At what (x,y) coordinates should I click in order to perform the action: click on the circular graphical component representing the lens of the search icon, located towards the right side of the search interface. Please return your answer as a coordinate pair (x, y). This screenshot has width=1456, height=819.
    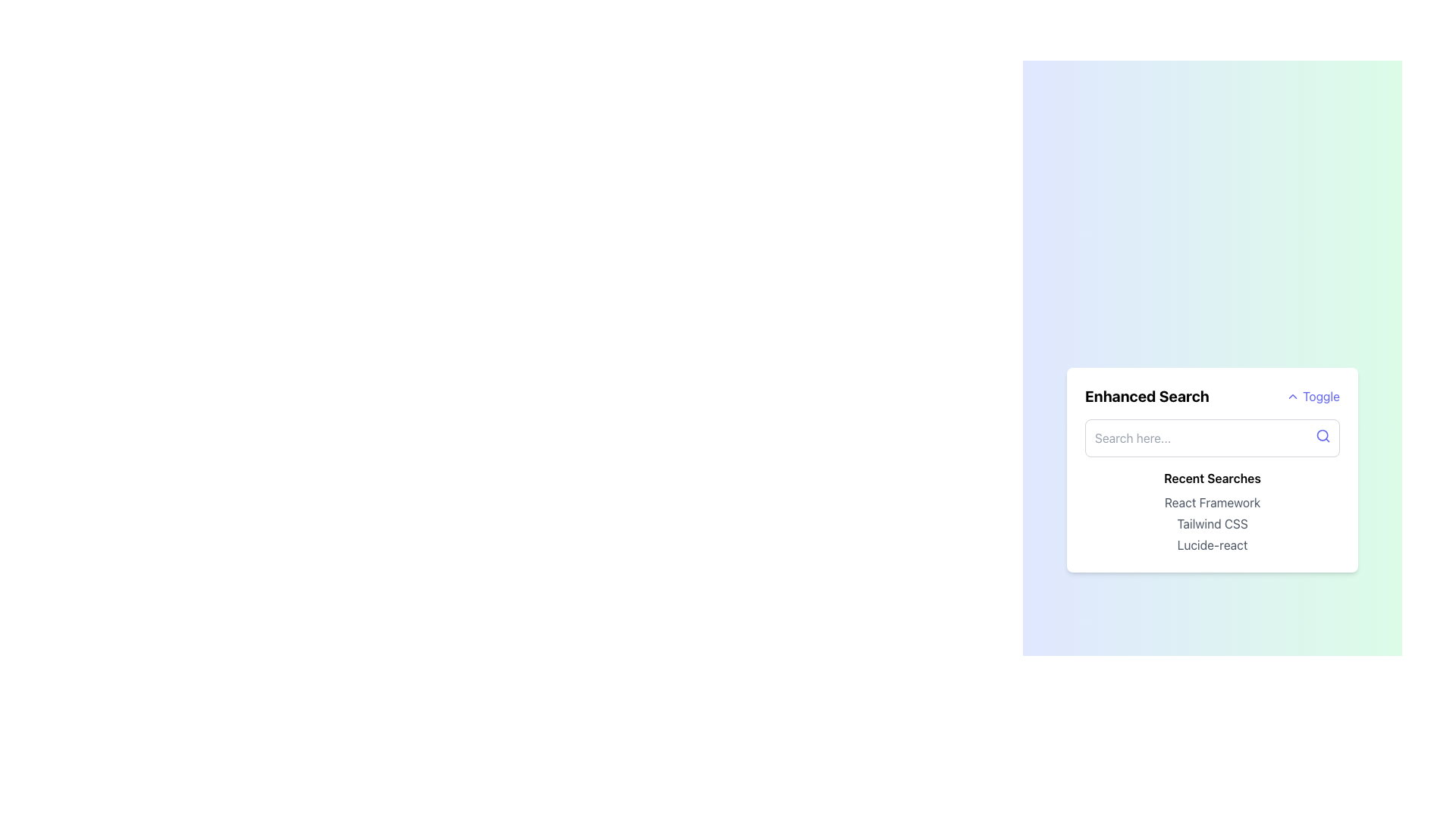
    Looking at the image, I should click on (1322, 435).